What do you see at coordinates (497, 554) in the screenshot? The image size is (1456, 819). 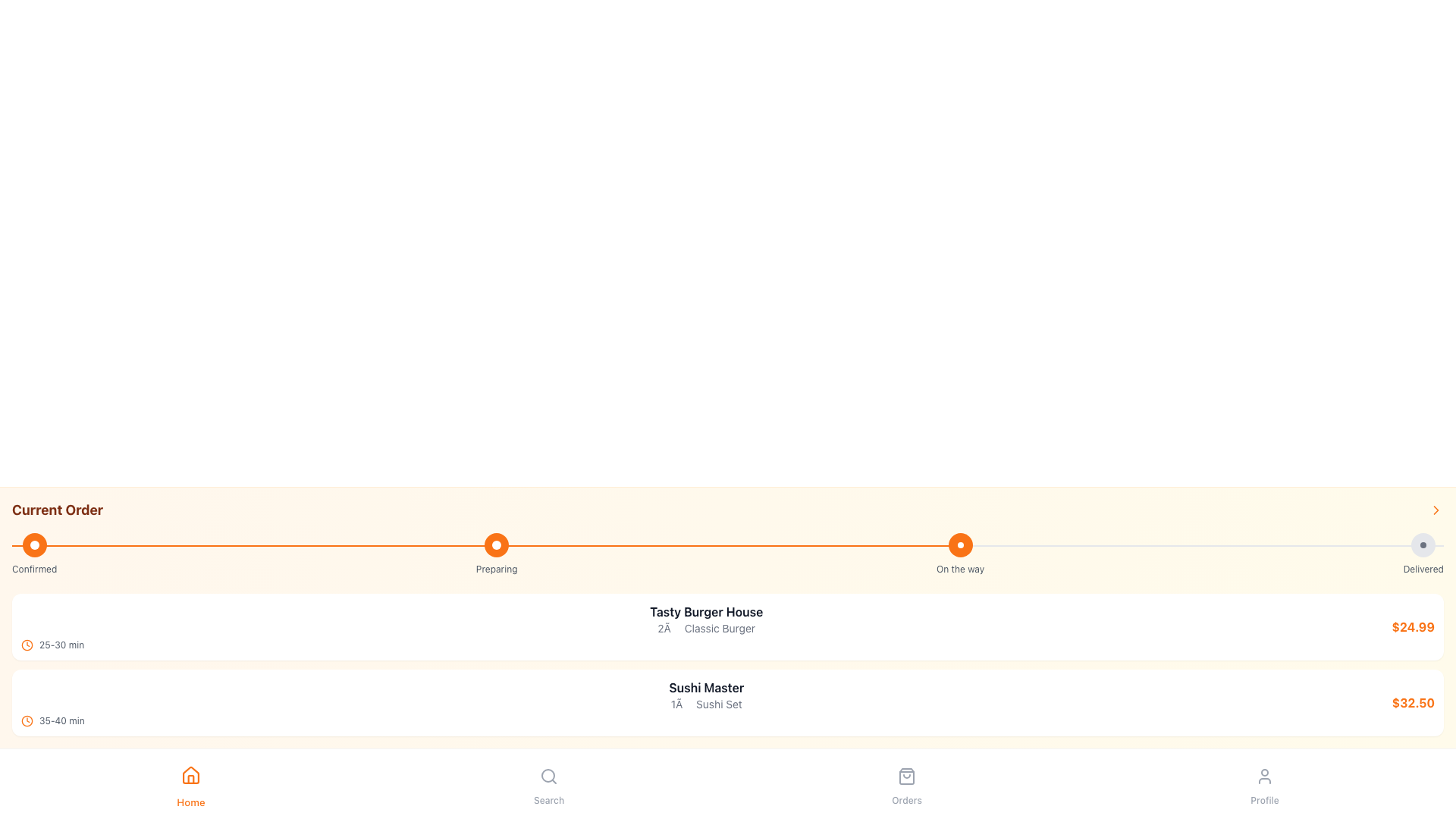 I see `the 'Preparing' status indicator in the delivery process, which informs users that their order is currently in the preparation stage` at bounding box center [497, 554].